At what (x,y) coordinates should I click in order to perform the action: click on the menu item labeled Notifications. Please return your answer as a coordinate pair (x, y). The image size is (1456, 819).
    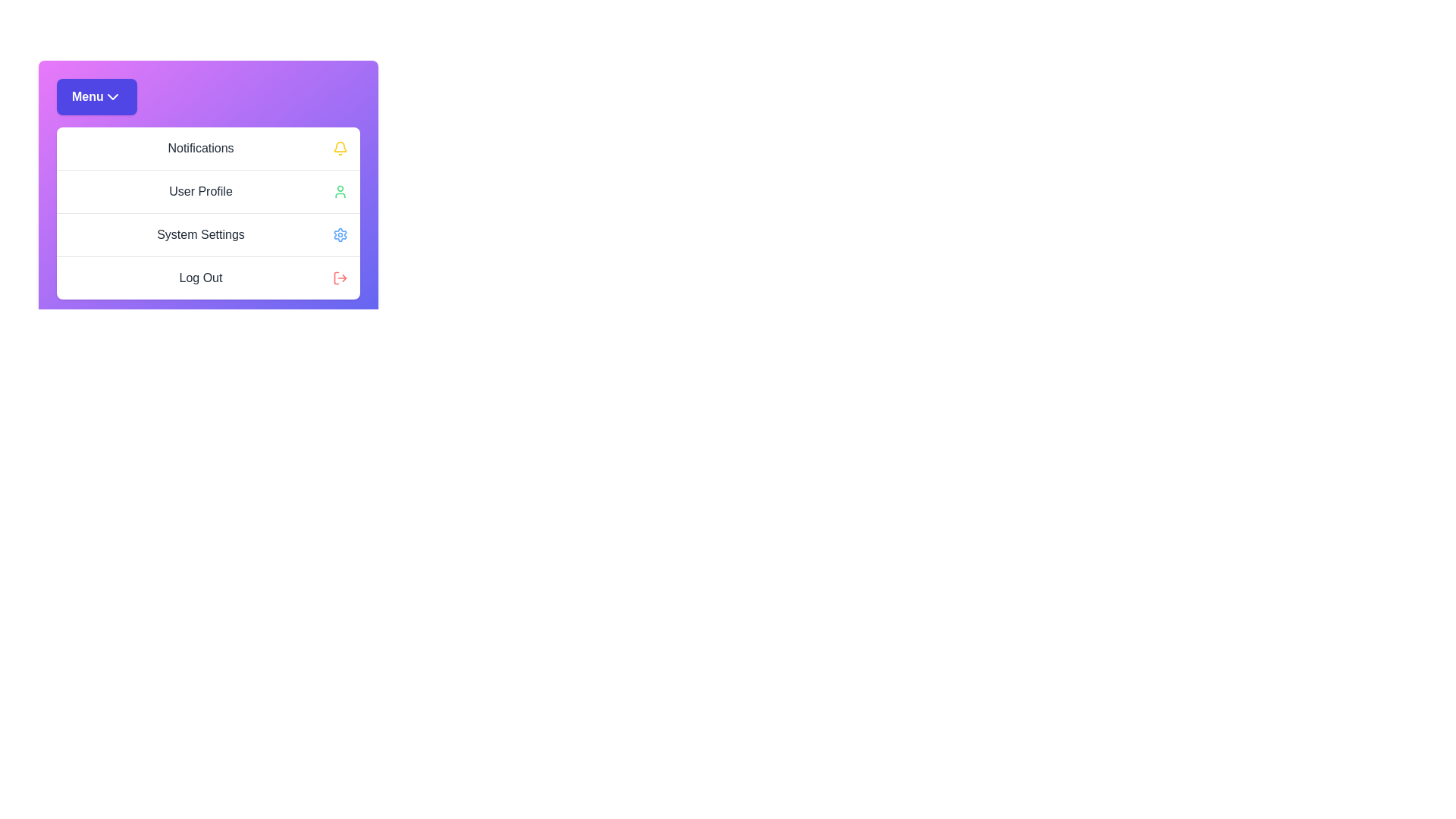
    Looking at the image, I should click on (207, 149).